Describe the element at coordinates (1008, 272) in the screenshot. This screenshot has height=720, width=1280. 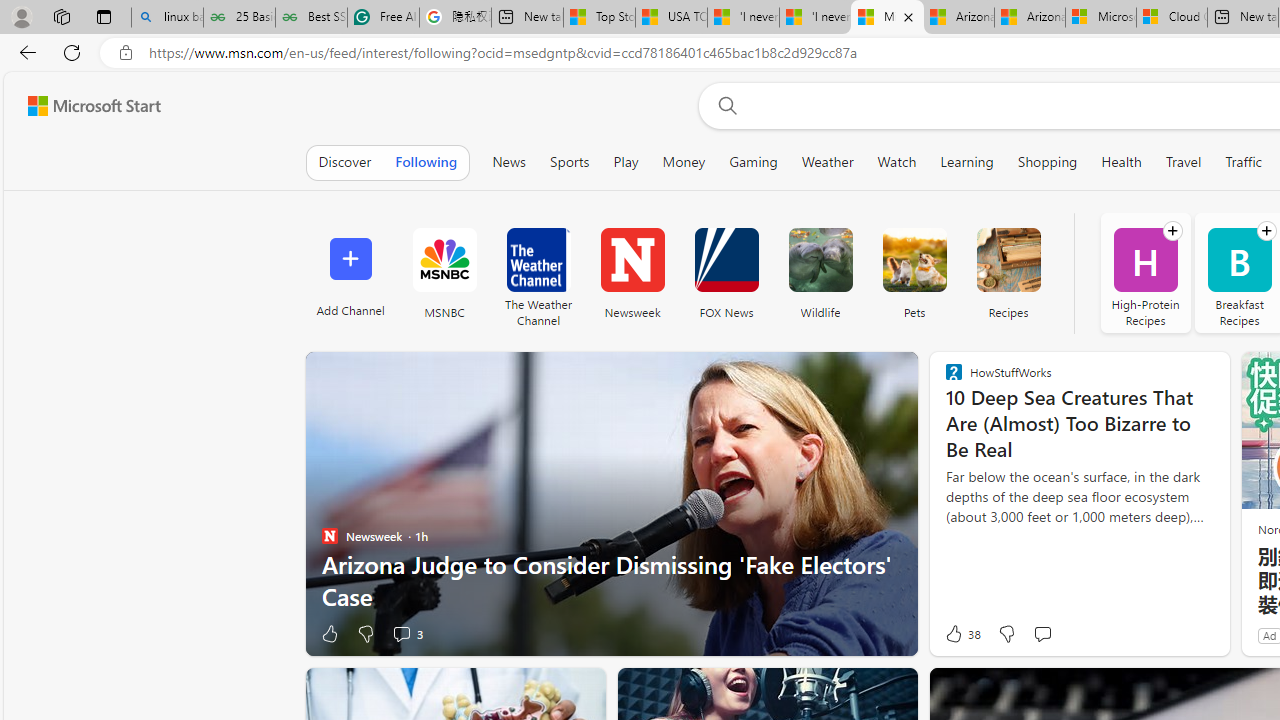
I see `'Recipes'` at that location.